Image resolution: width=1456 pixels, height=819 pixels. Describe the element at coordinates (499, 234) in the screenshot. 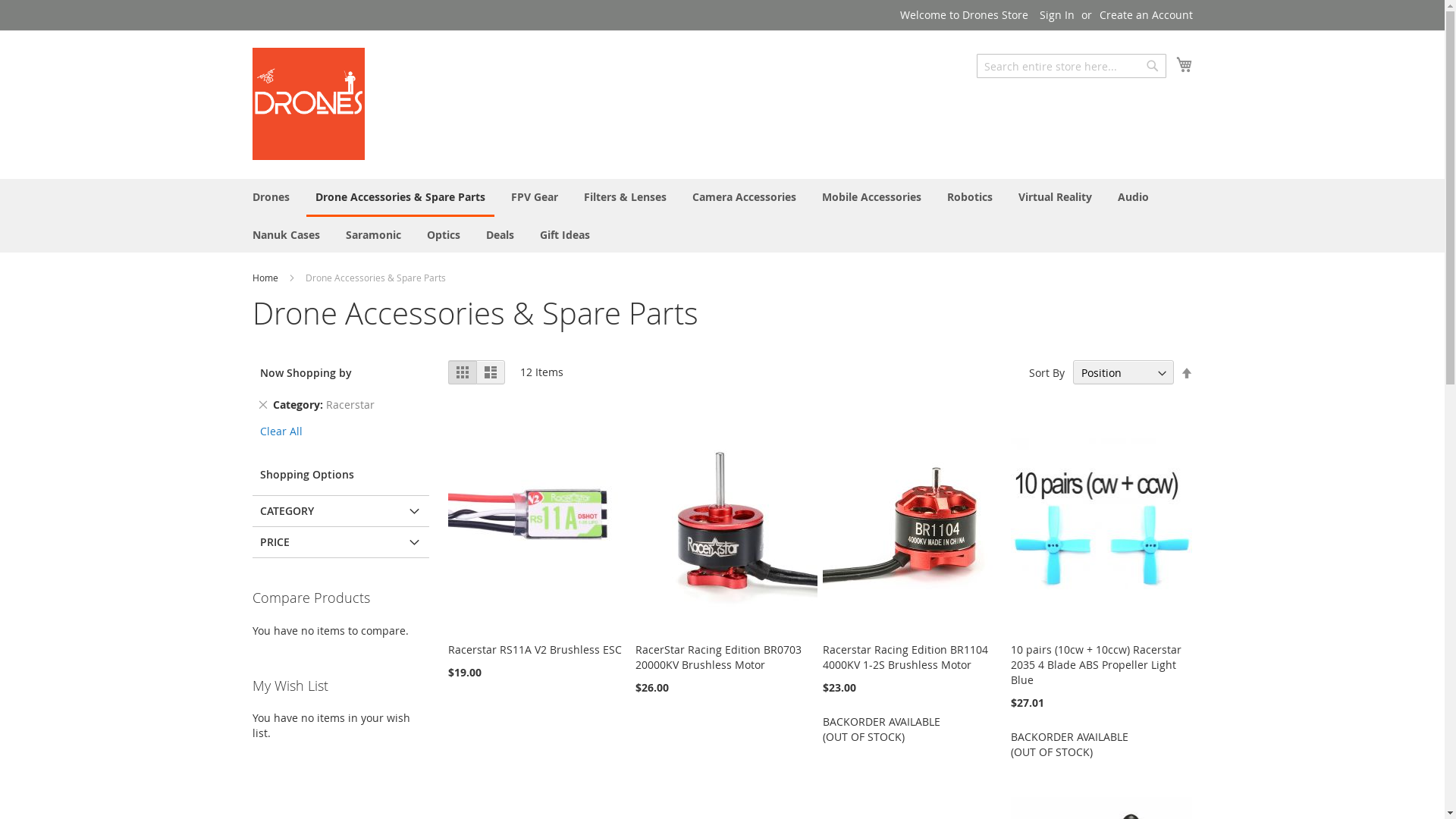

I see `'Deals'` at that location.